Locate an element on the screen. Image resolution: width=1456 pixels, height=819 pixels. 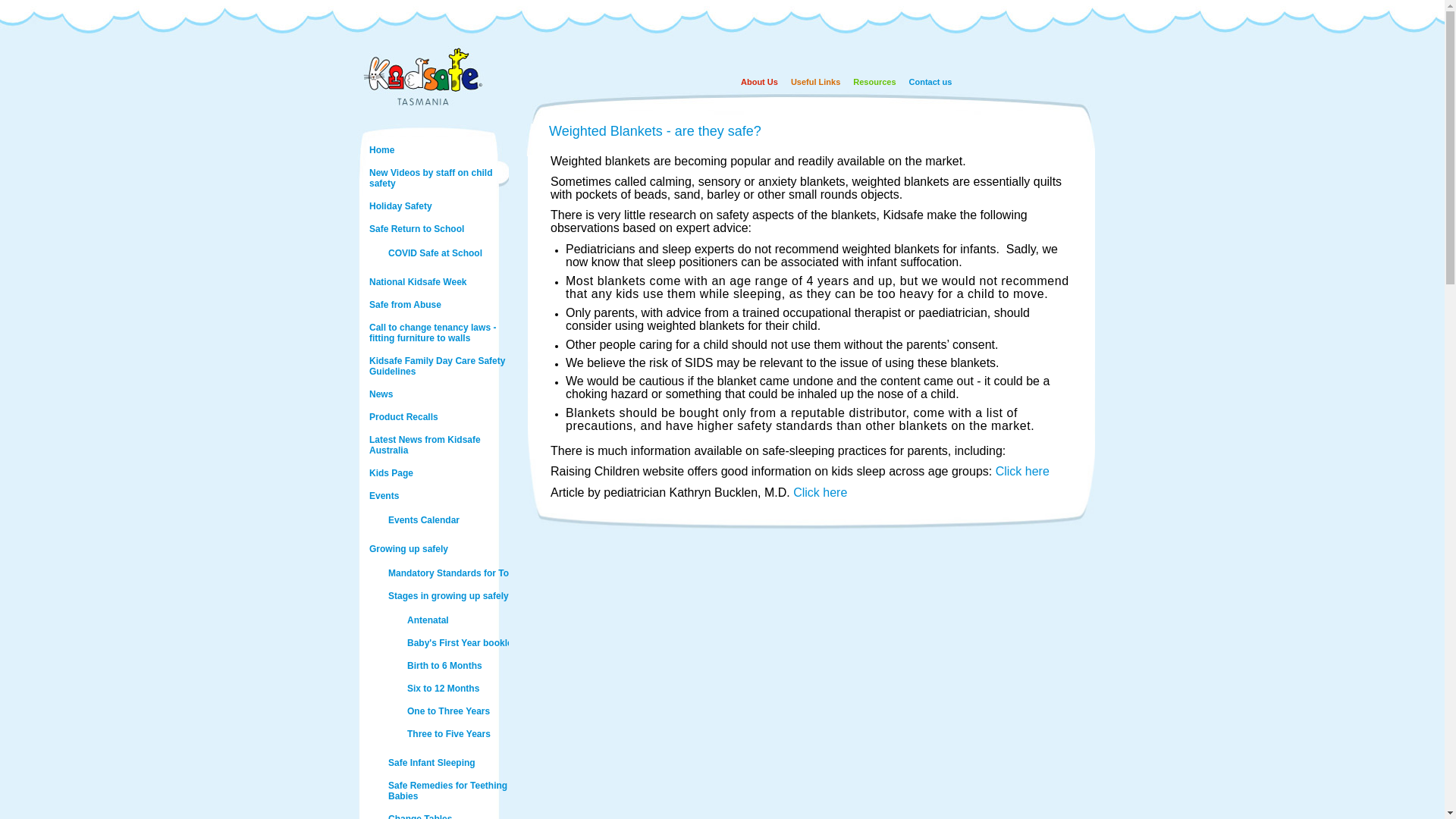
'Holiday Safety' is located at coordinates (436, 206).